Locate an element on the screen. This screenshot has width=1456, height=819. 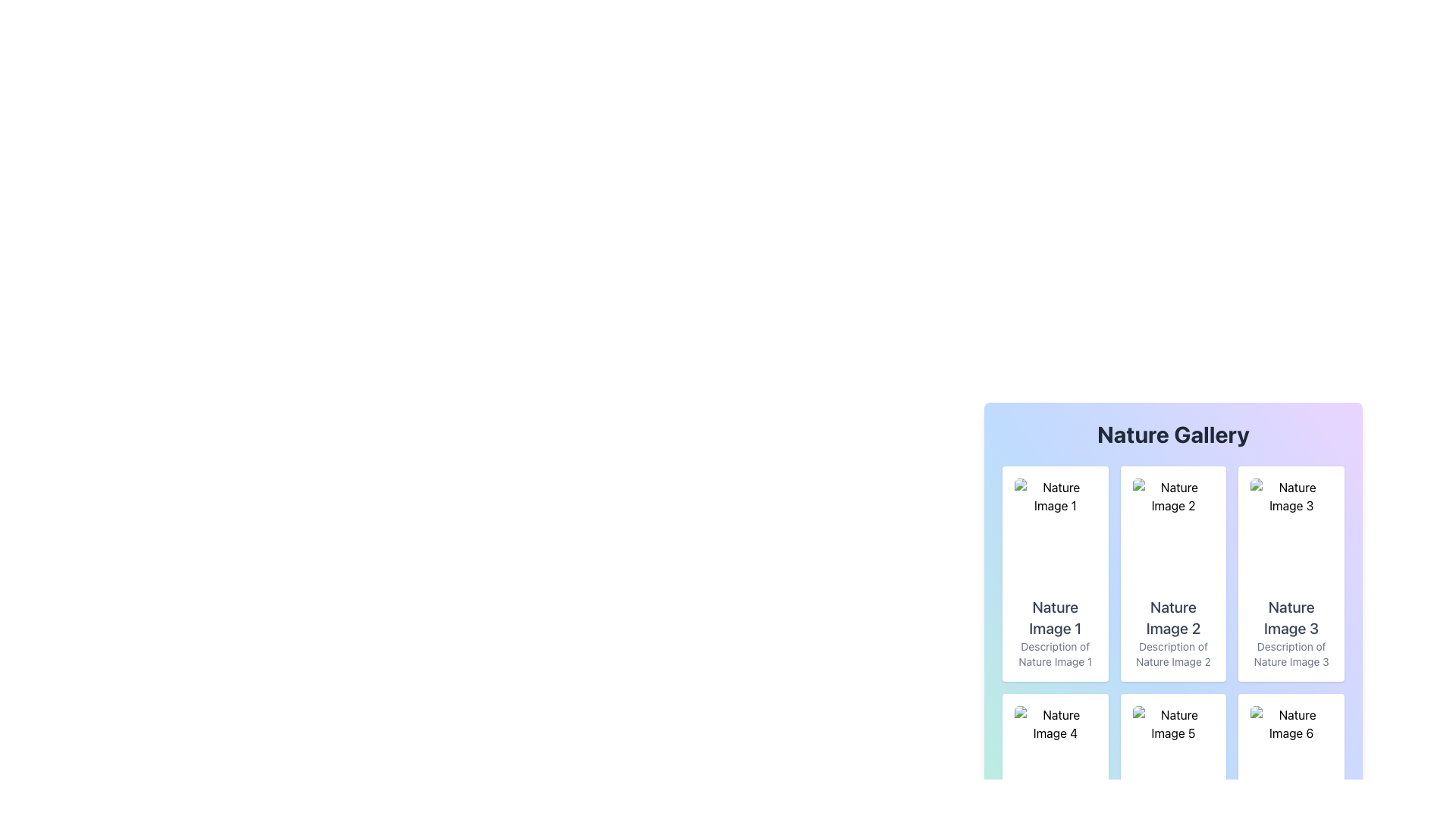
the text element that contains 'Description of Nature Image 3' located beneath the title 'Nature Image 3' in the third card of the Nature Gallery is located at coordinates (1291, 654).